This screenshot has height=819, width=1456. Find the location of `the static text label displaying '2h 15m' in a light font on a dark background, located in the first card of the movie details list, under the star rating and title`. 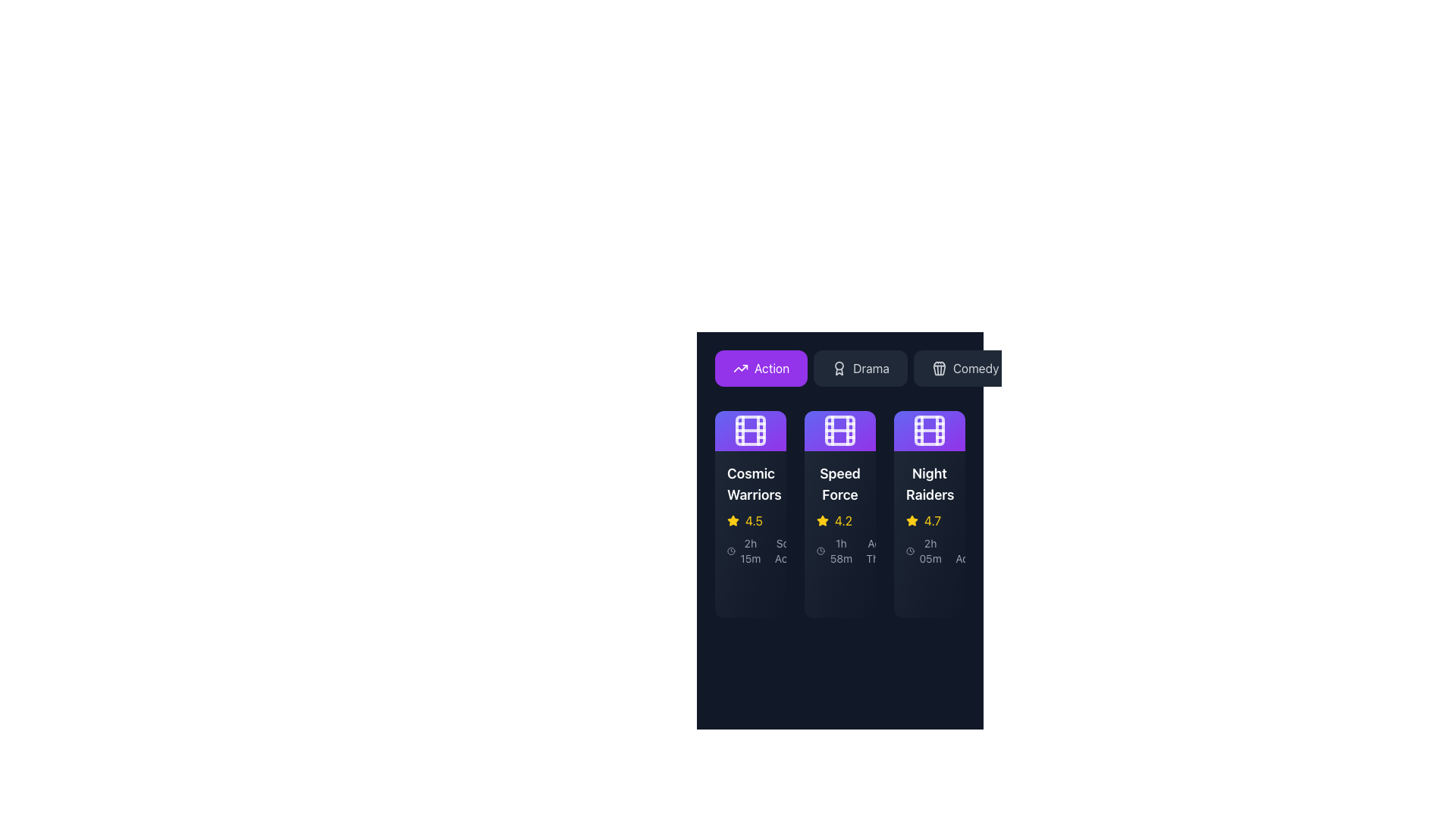

the static text label displaying '2h 15m' in a light font on a dark background, located in the first card of the movie details list, under the star rating and title is located at coordinates (750, 551).